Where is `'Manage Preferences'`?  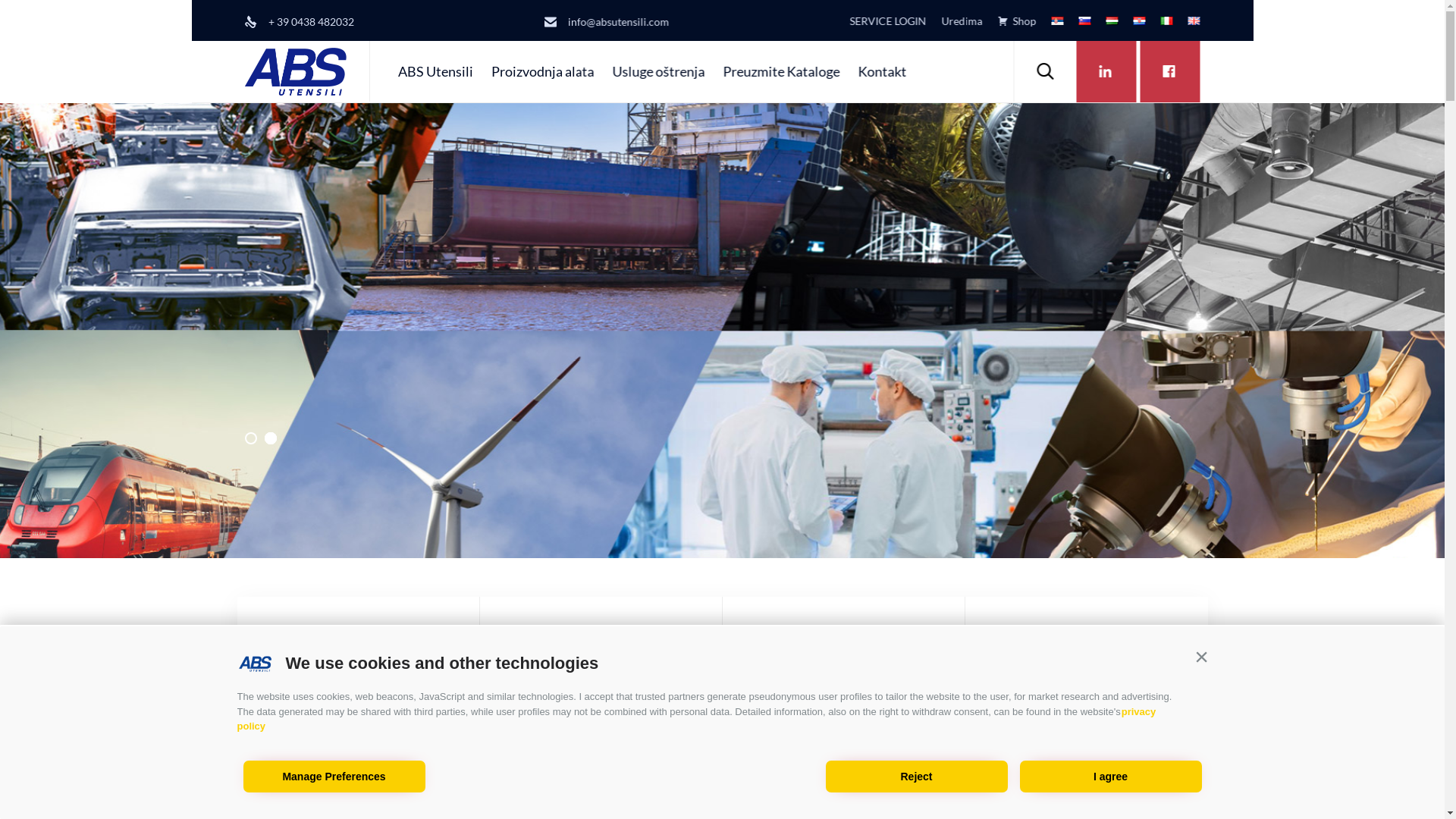 'Manage Preferences' is located at coordinates (333, 776).